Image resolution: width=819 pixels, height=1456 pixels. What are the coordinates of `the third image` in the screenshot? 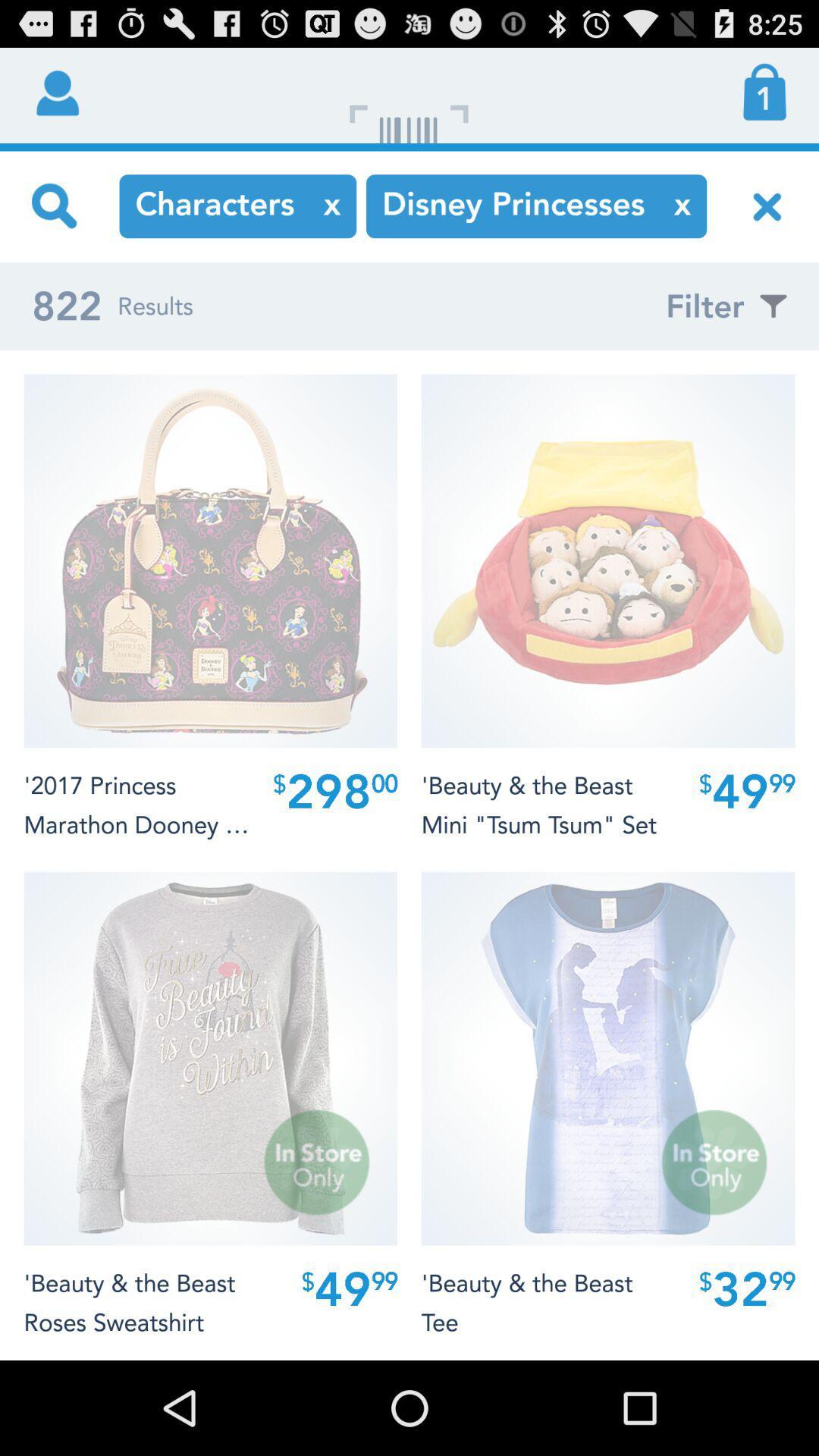 It's located at (210, 1058).